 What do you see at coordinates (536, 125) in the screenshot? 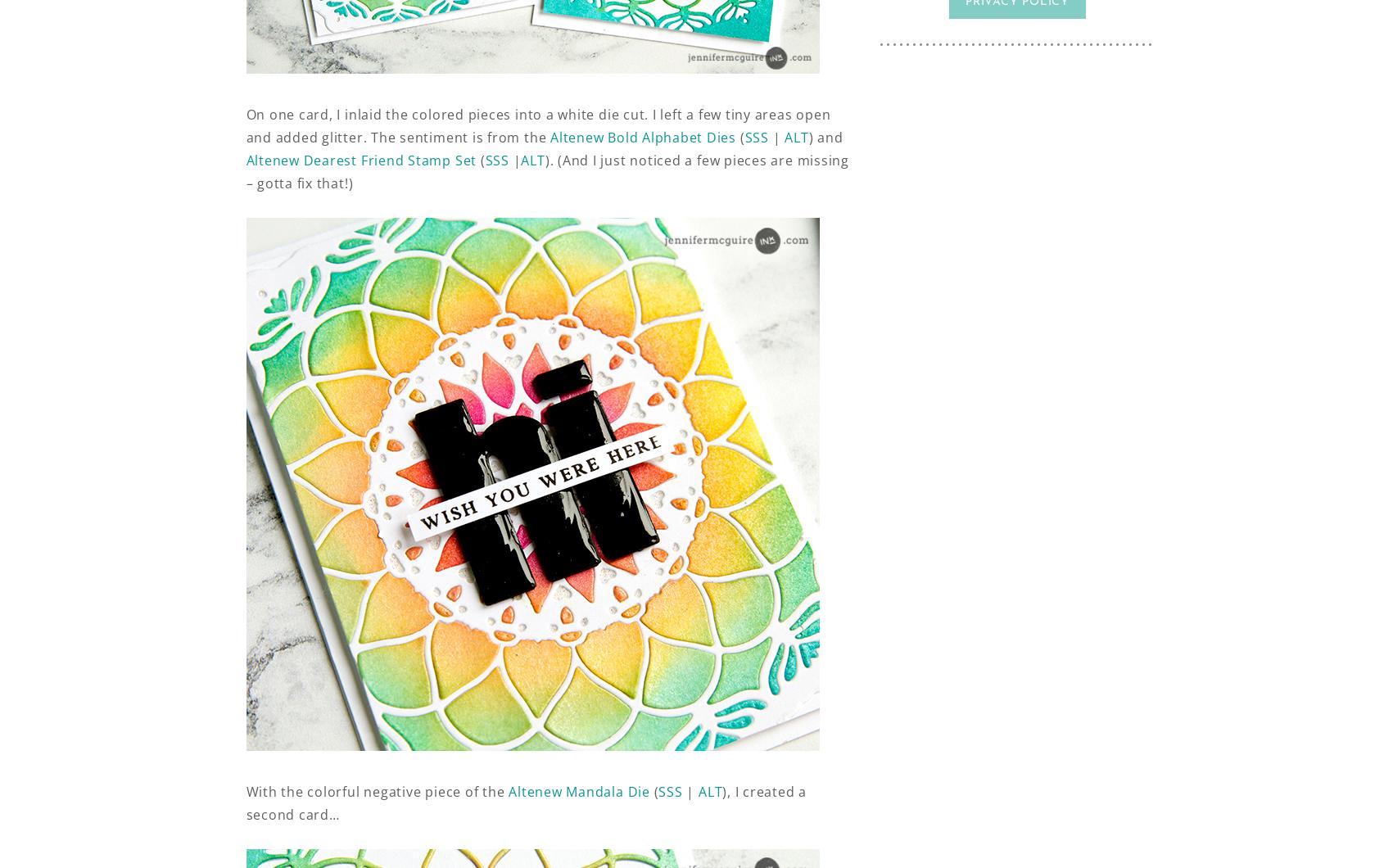
I see `'On one card, I inlaid the colored pieces into a white die cut. I left a few tiny areas open and added glitter. The sentiment is from the'` at bounding box center [536, 125].